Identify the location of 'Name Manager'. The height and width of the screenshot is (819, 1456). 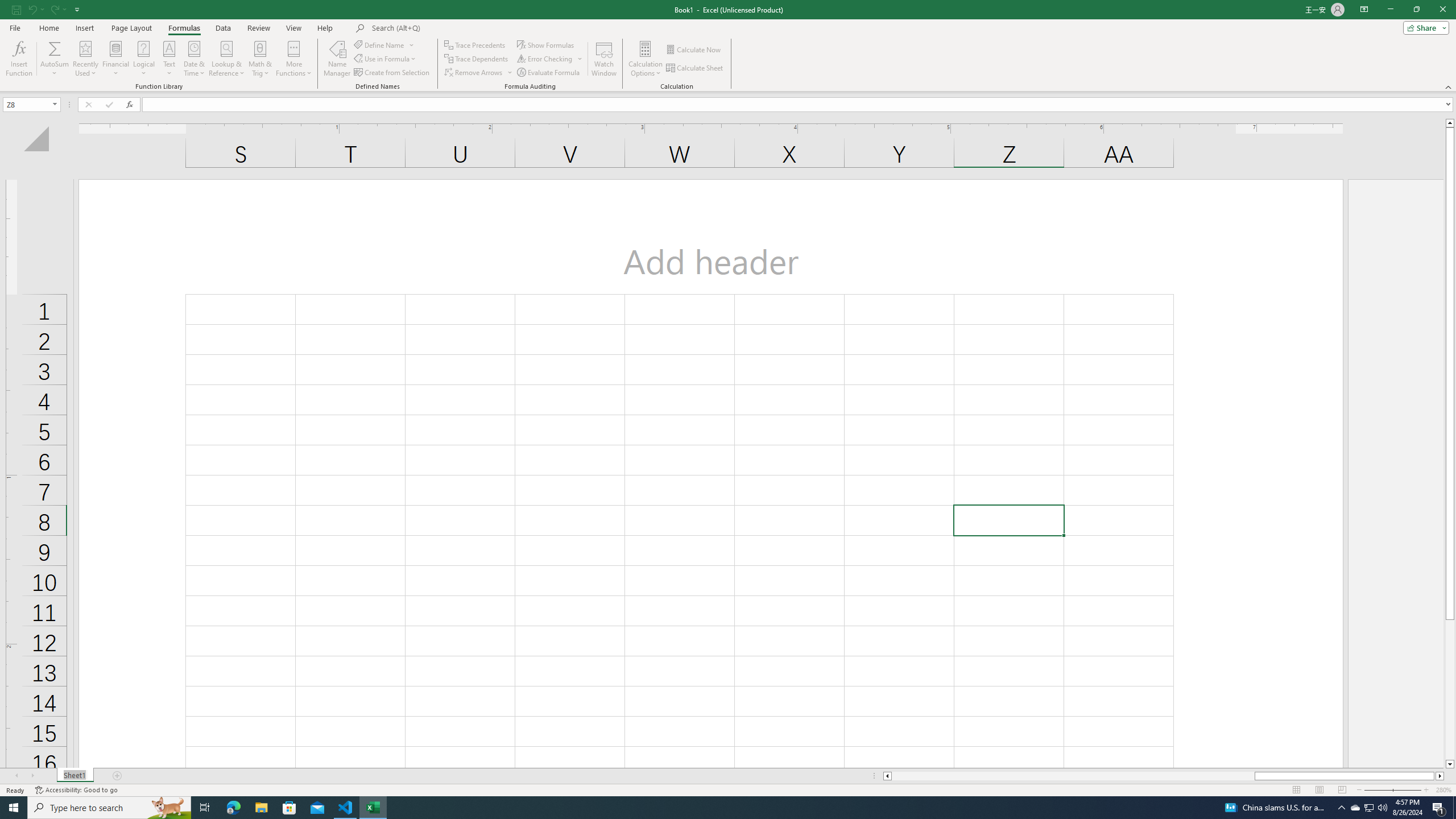
(336, 59).